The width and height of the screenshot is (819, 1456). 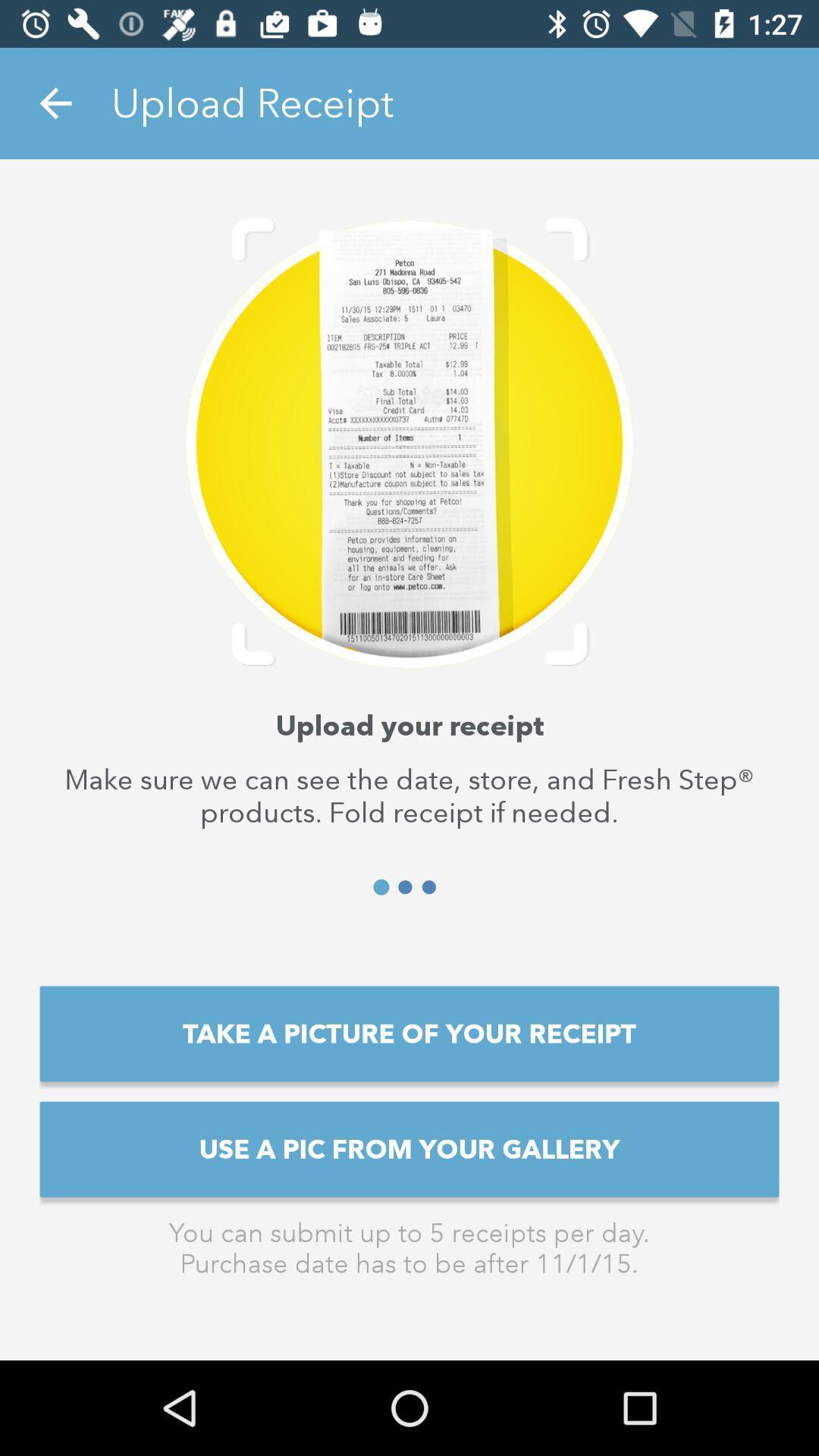 I want to click on the use a pic icon, so click(x=409, y=1149).